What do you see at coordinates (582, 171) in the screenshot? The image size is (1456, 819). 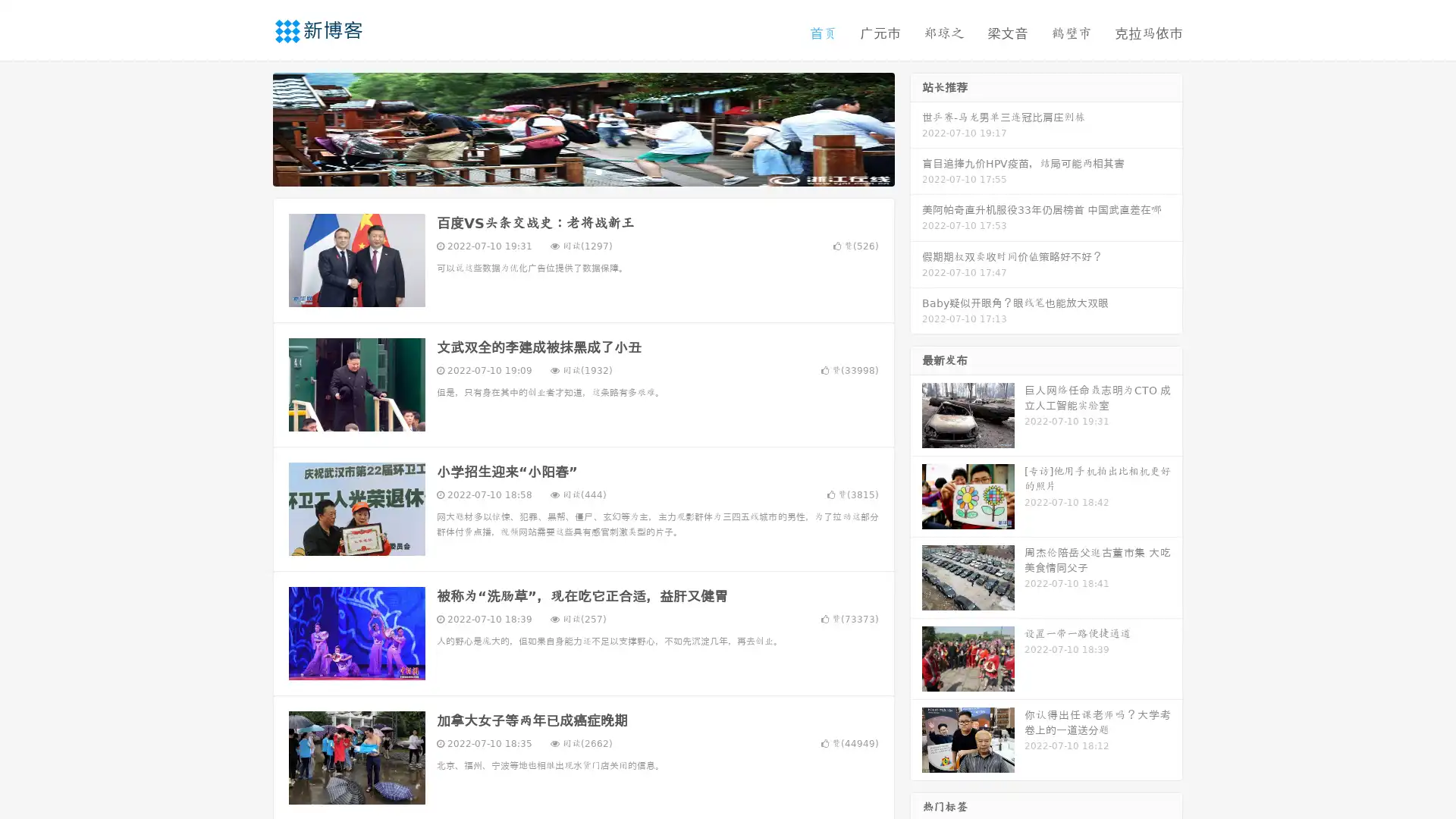 I see `Go to slide 2` at bounding box center [582, 171].